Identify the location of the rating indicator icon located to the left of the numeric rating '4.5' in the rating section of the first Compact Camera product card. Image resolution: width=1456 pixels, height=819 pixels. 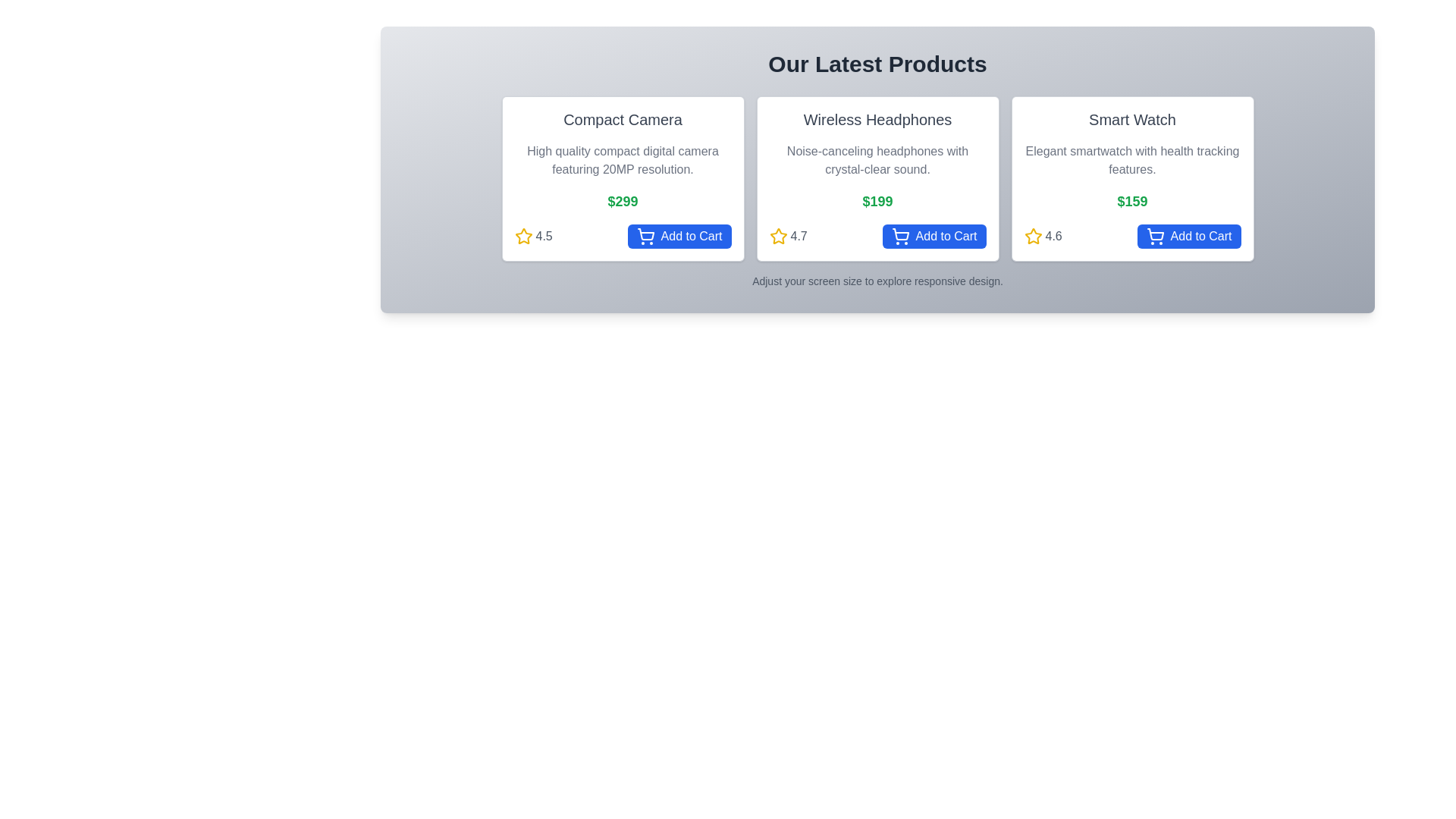
(523, 237).